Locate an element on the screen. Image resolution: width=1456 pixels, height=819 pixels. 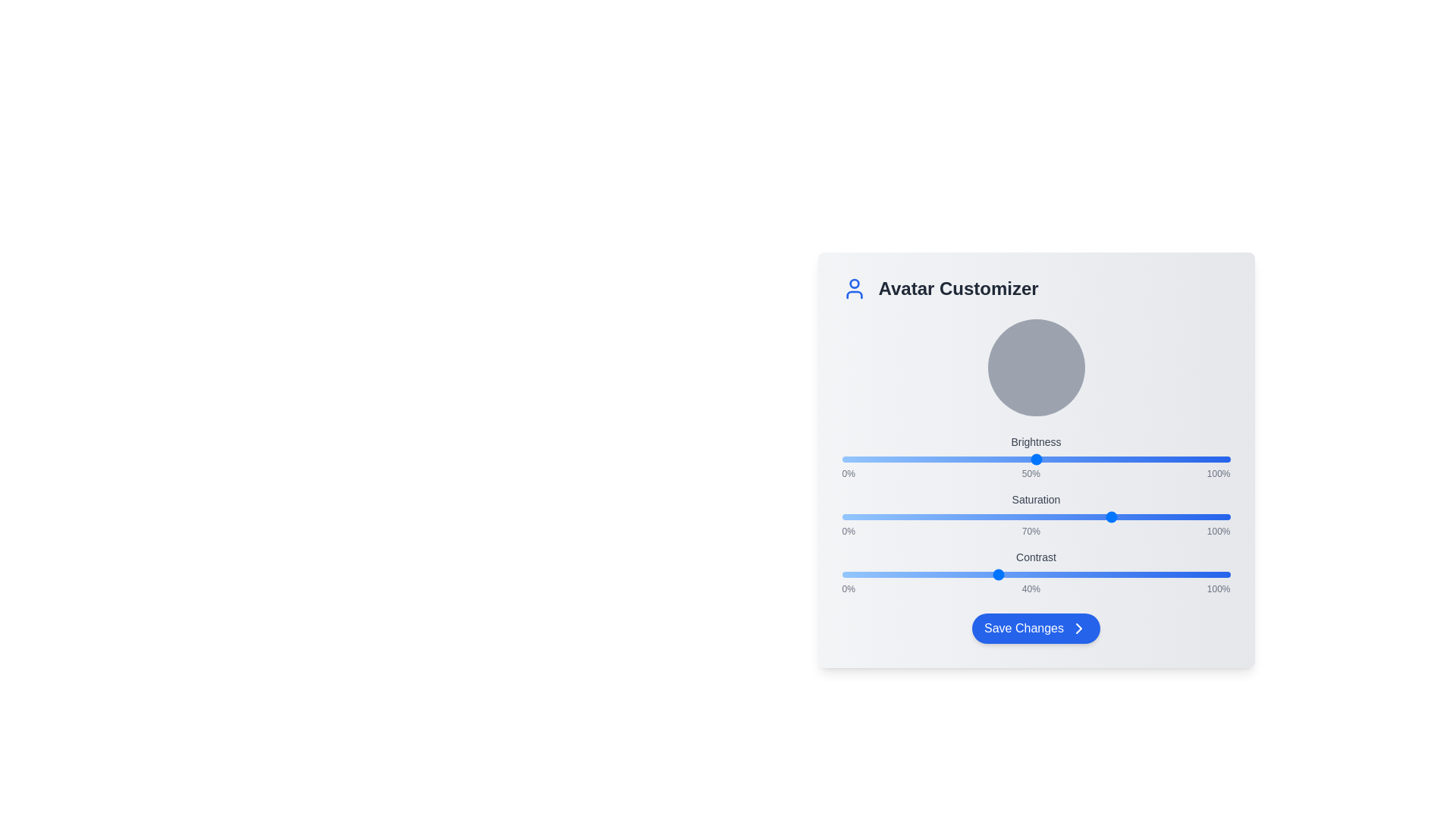
the contrast slider to 67% is located at coordinates (1102, 575).